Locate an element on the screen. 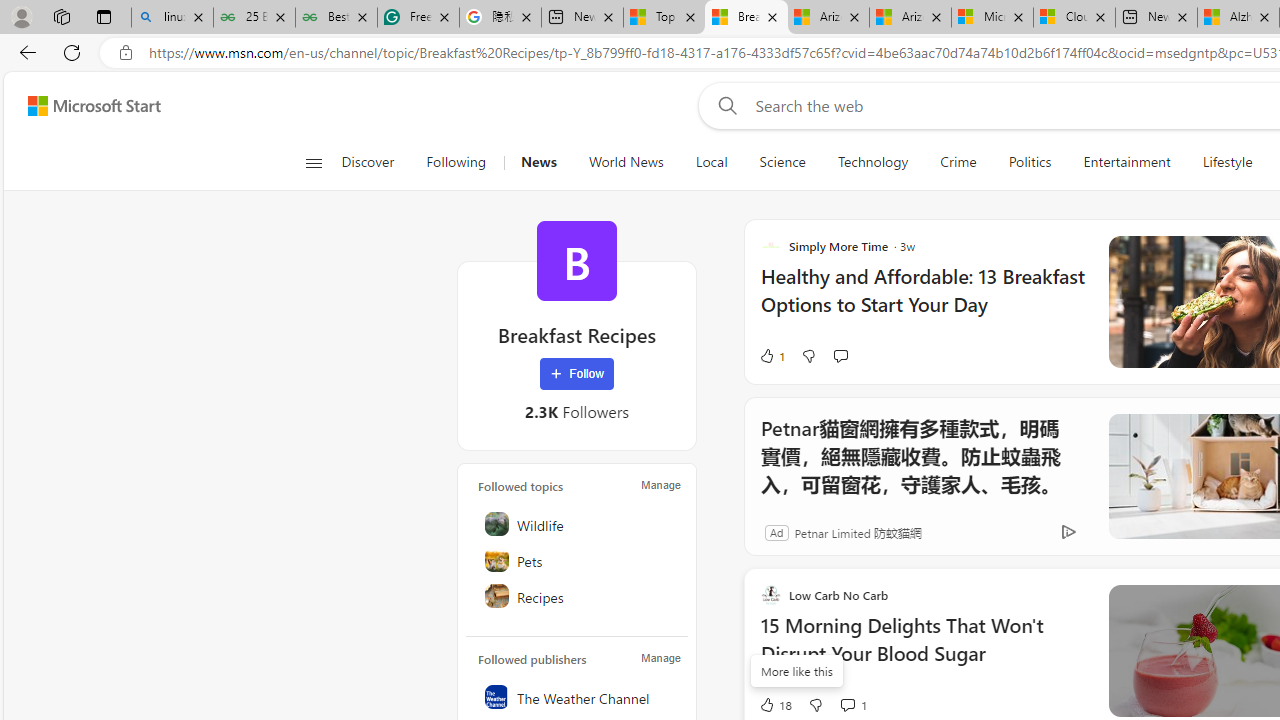 The height and width of the screenshot is (720, 1280). 'Science' is located at coordinates (781, 162).